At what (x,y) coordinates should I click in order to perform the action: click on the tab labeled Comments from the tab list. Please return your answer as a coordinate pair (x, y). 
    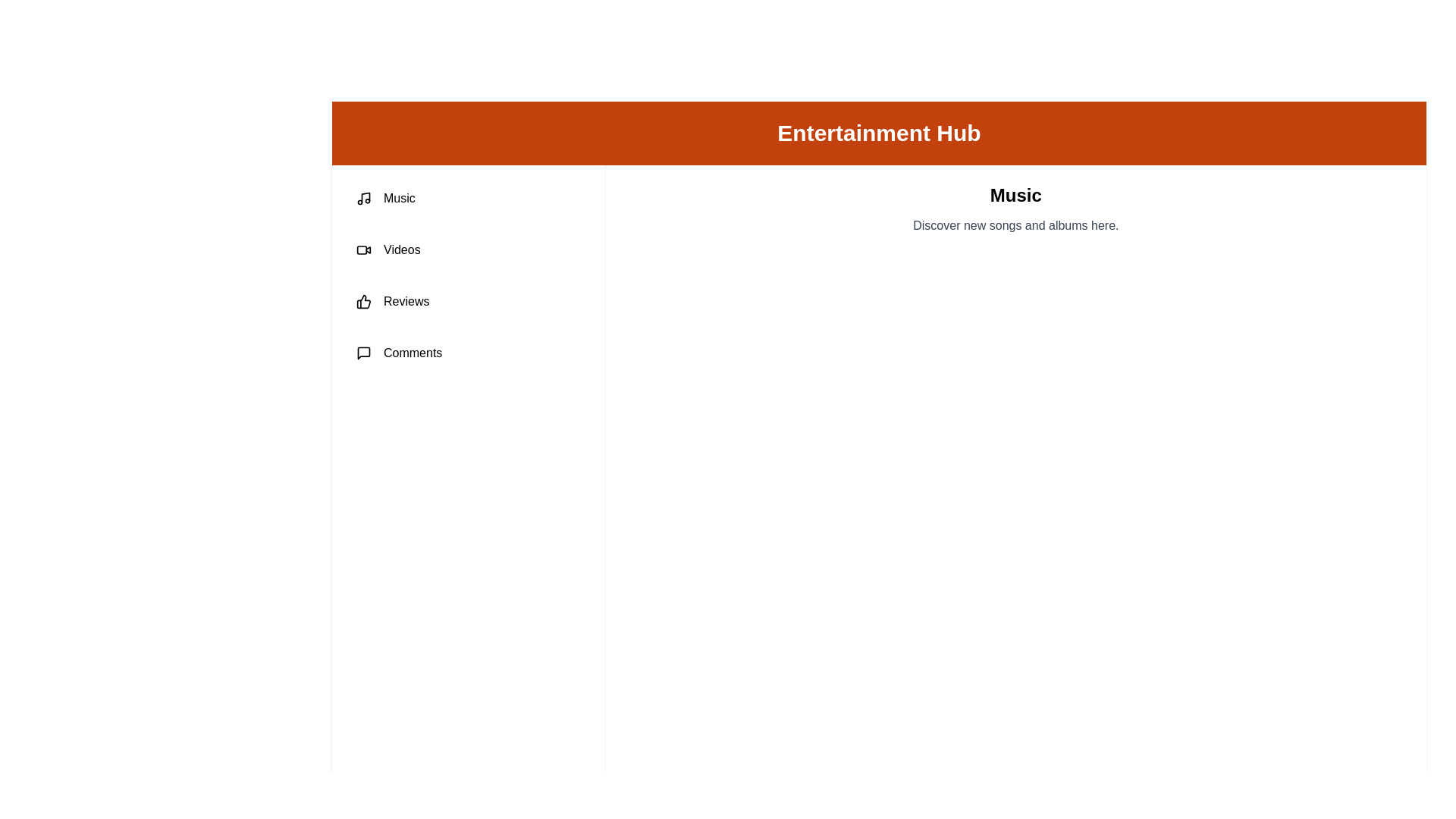
    Looking at the image, I should click on (468, 353).